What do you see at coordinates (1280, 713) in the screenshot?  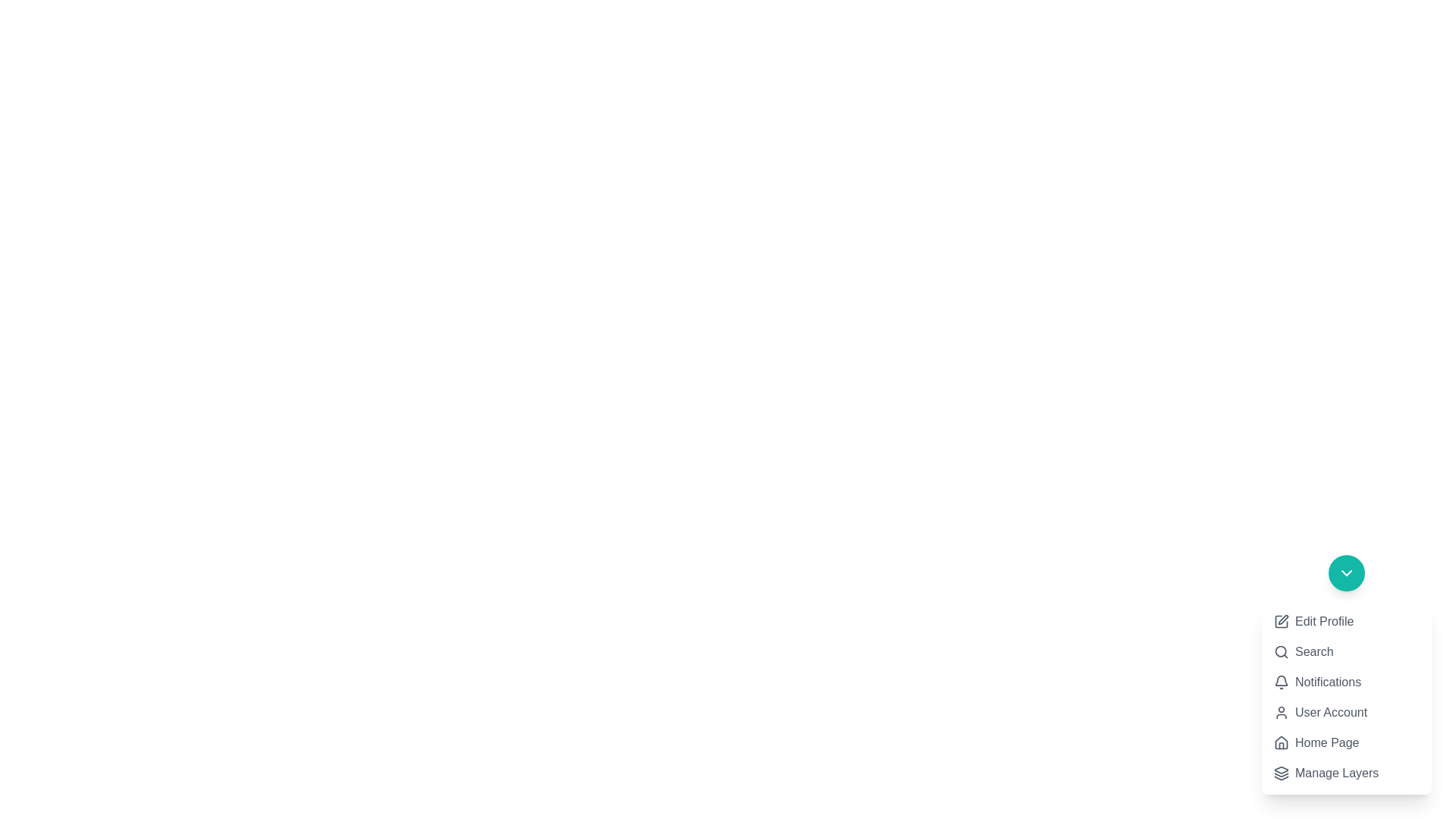 I see `the 'User Account' icon` at bounding box center [1280, 713].